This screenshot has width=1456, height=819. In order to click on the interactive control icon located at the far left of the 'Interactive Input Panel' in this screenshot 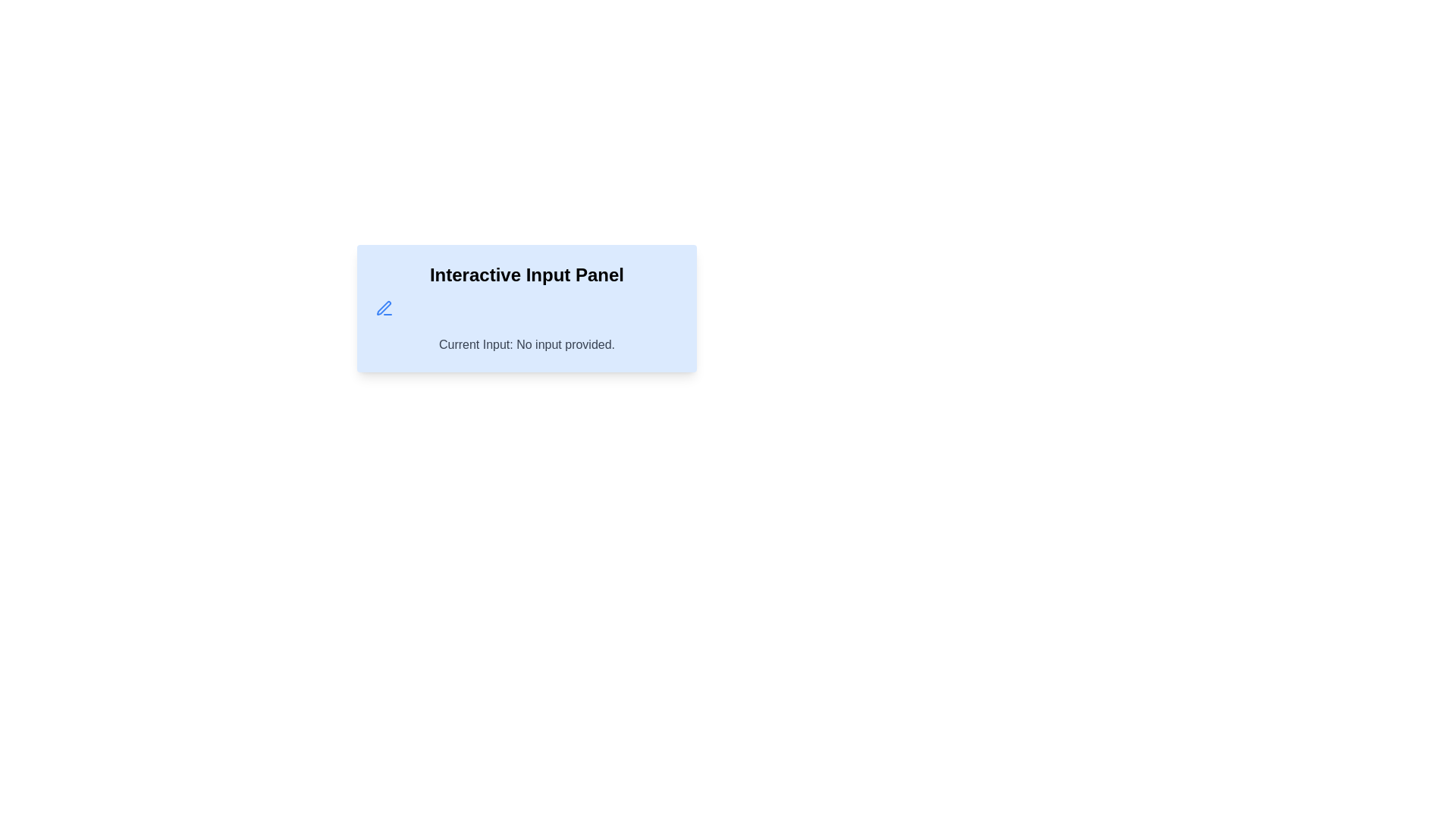, I will do `click(384, 308)`.